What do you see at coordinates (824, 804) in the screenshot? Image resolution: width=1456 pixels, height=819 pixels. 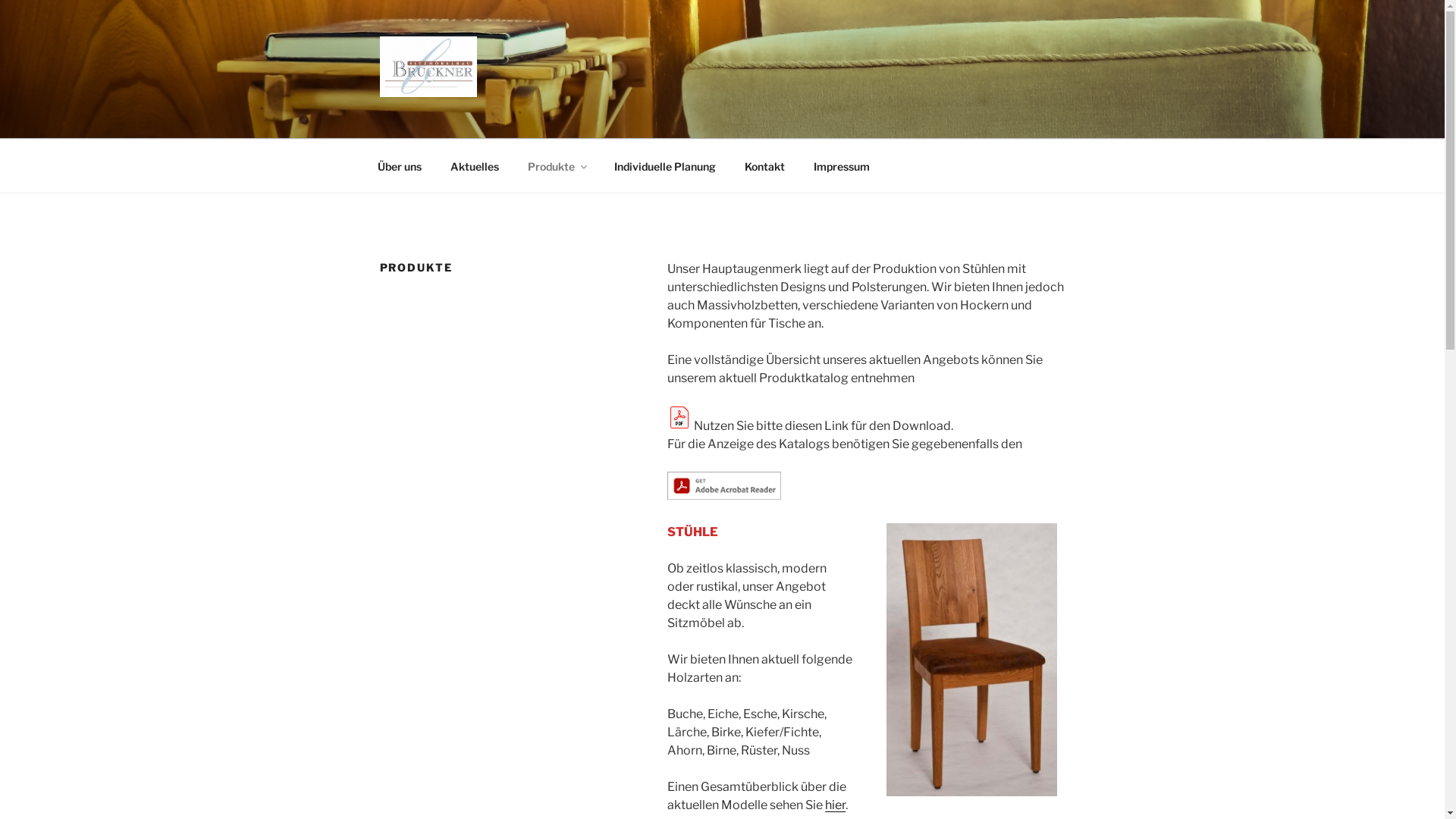 I see `'hier'` at bounding box center [824, 804].